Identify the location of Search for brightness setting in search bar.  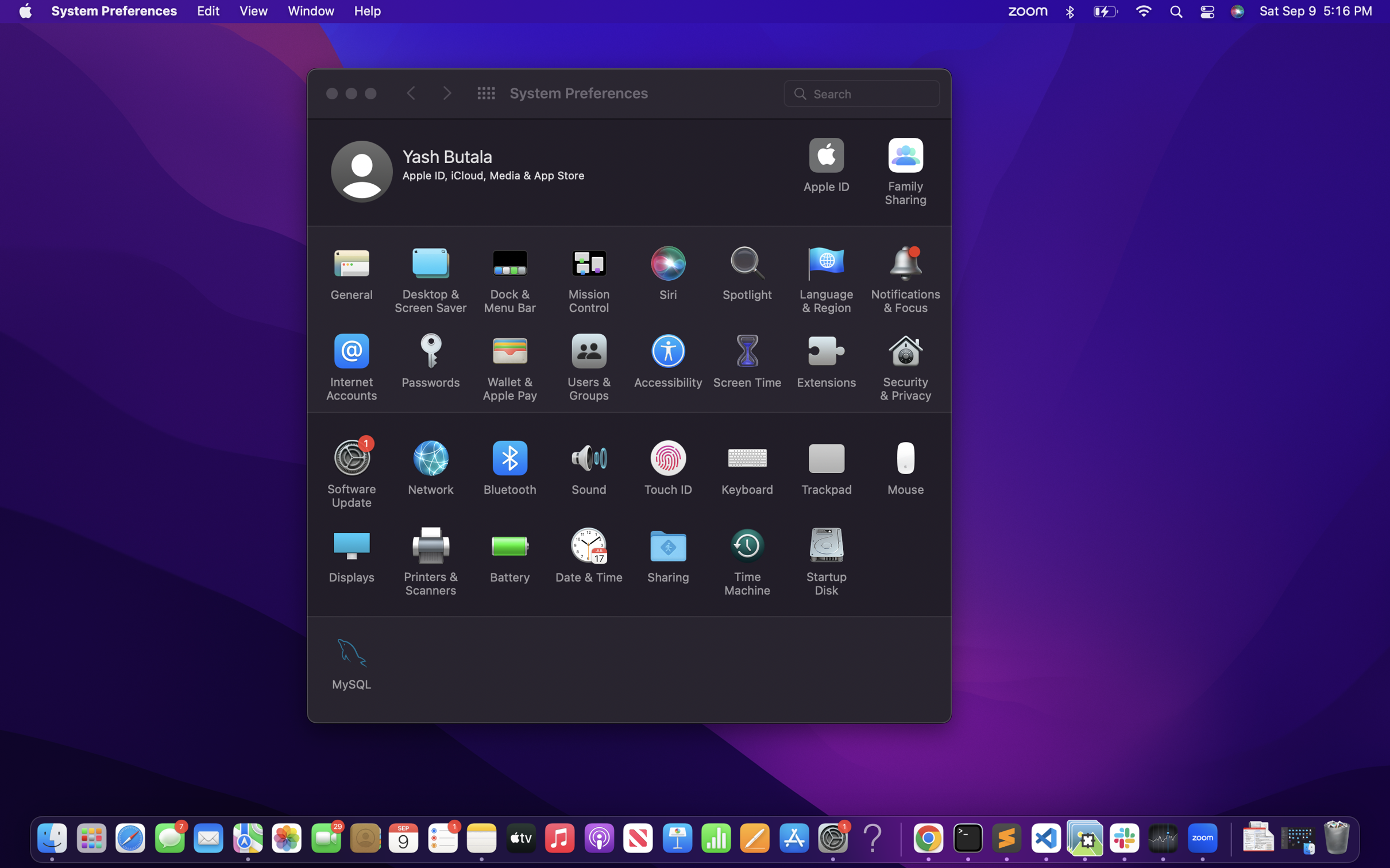
(863, 92).